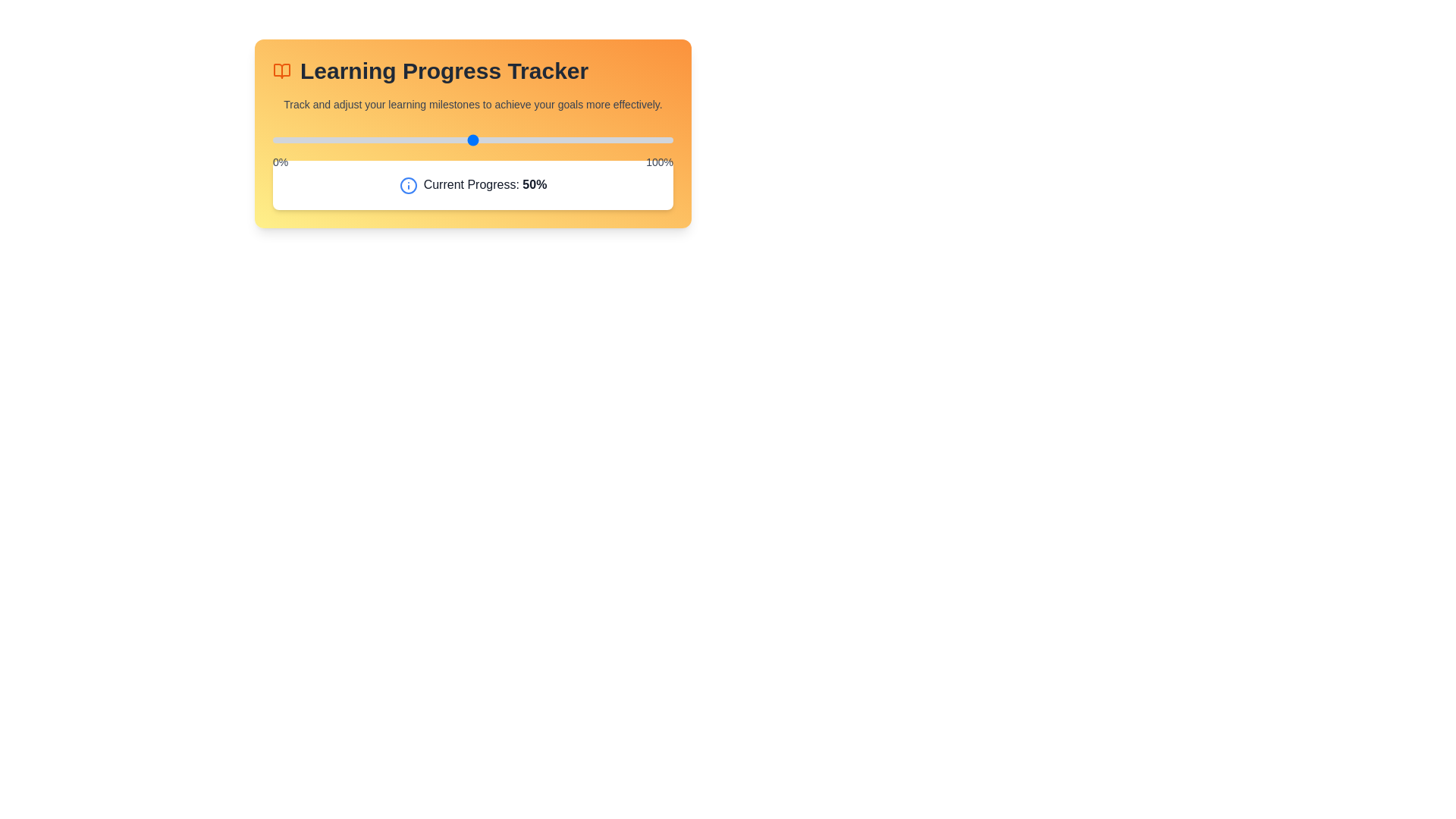 This screenshot has height=819, width=1456. I want to click on the slider to set progress to 76%, so click(576, 140).